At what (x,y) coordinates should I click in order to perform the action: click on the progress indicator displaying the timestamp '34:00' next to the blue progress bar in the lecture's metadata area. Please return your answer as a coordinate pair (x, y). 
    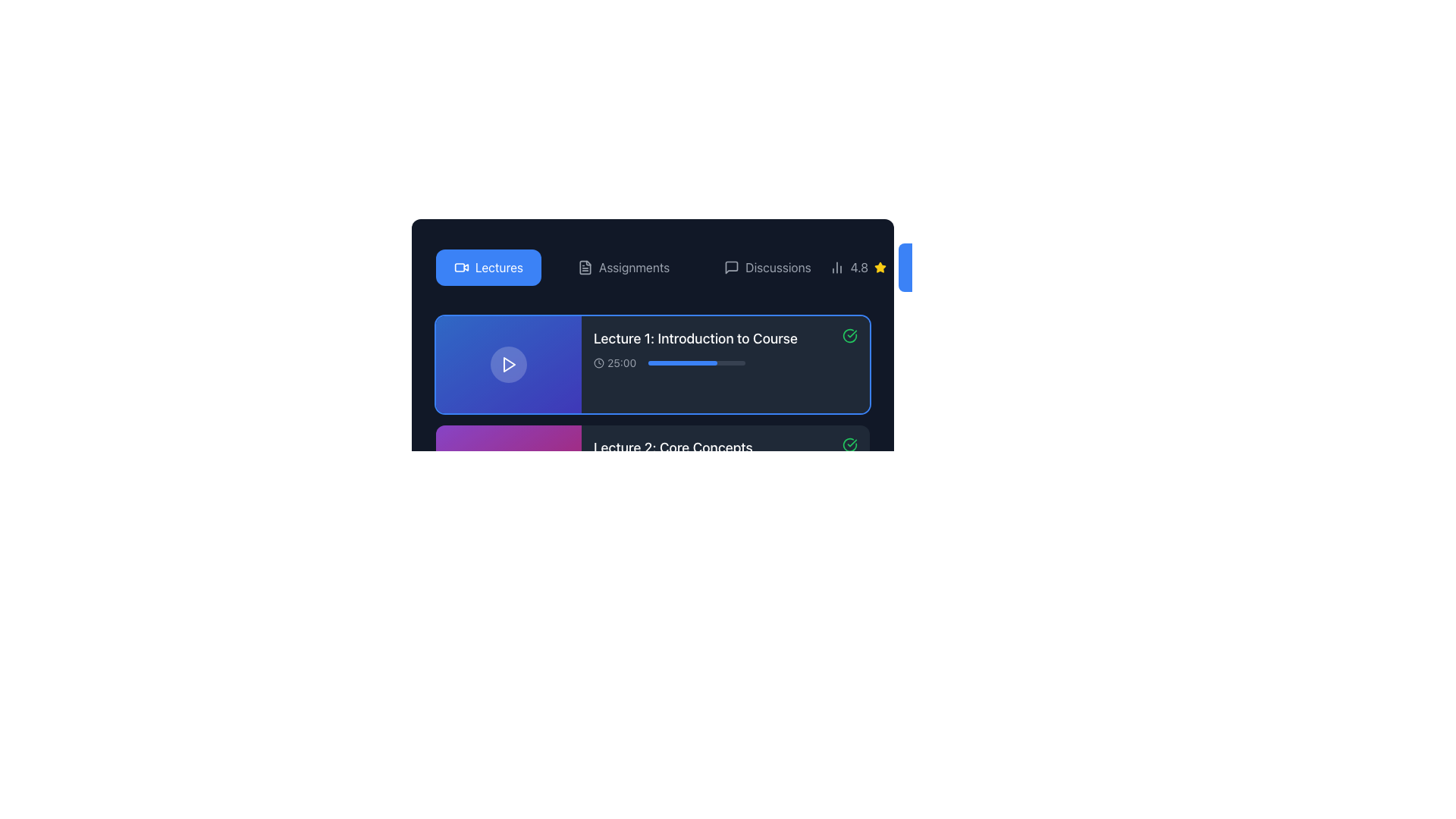
    Looking at the image, I should click on (694, 581).